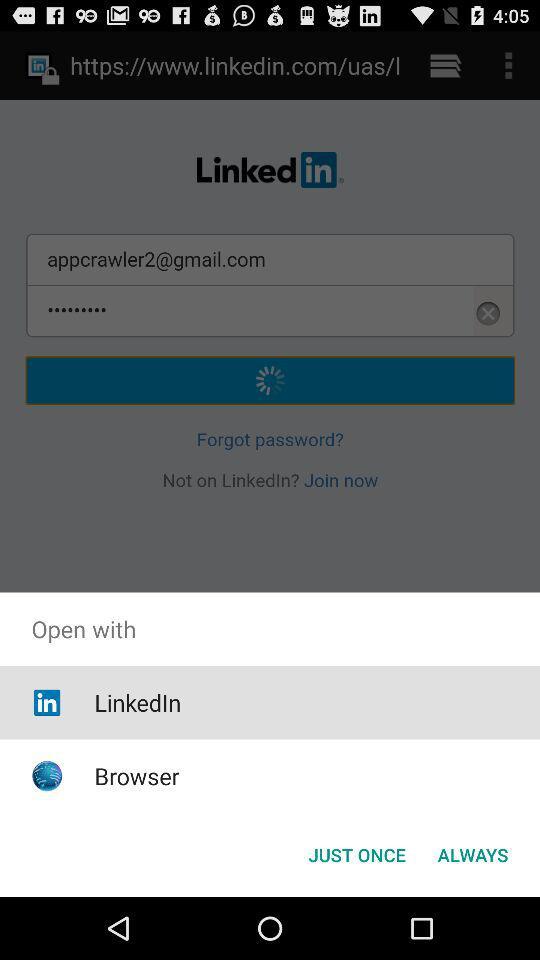 The width and height of the screenshot is (540, 960). I want to click on item below linkedin icon, so click(136, 775).